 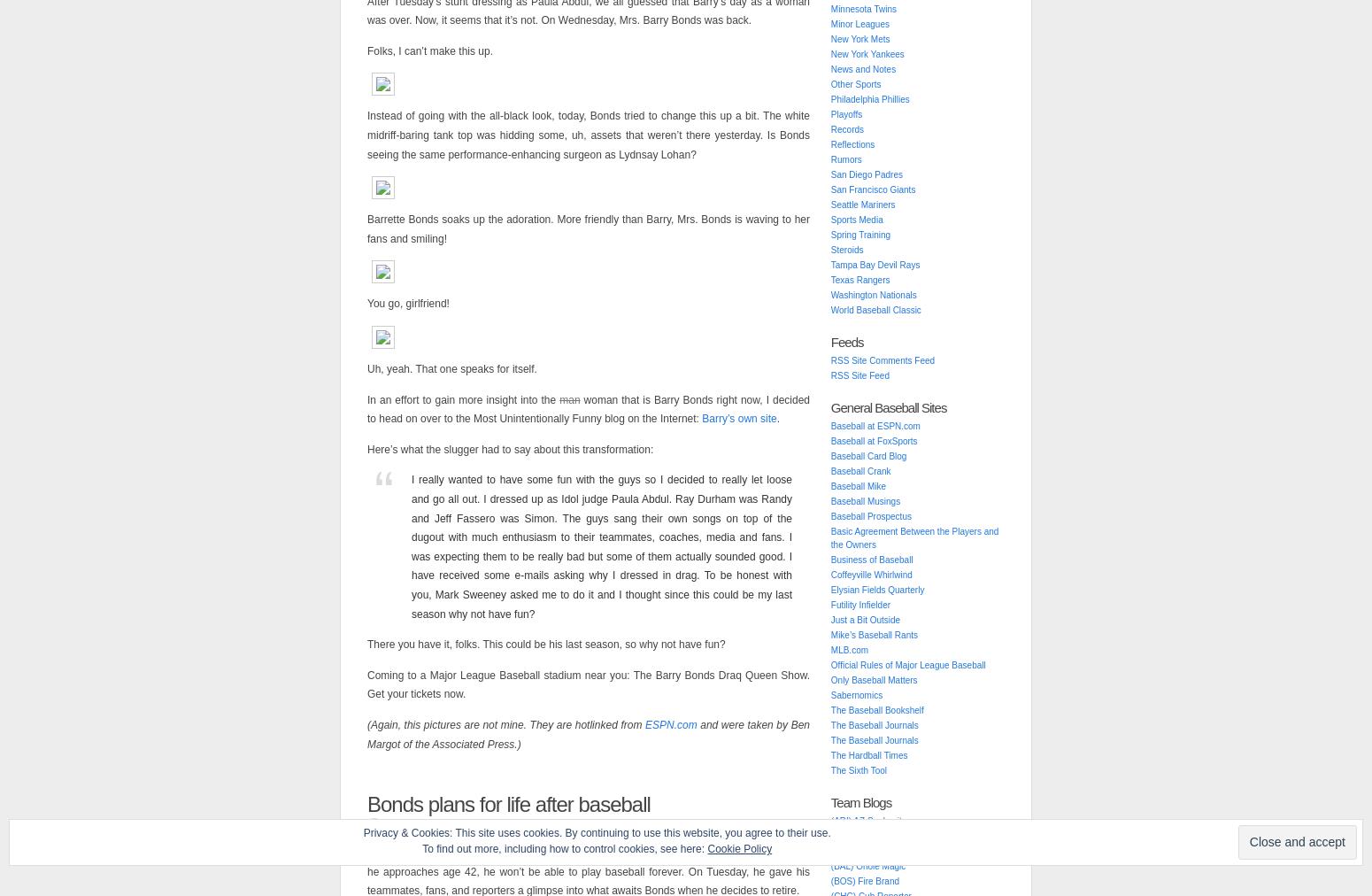 I want to click on 'Published', so click(x=384, y=824).